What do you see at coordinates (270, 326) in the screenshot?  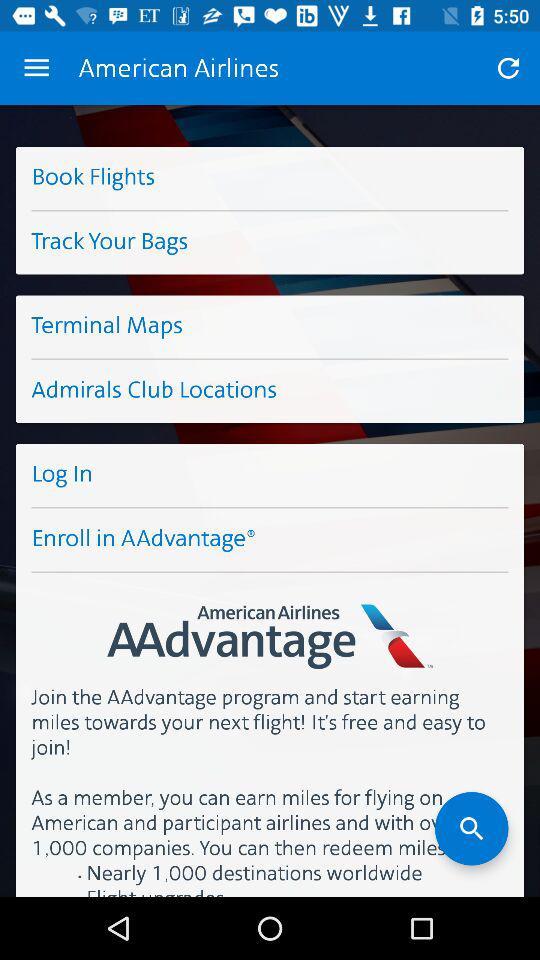 I see `terminal maps` at bounding box center [270, 326].